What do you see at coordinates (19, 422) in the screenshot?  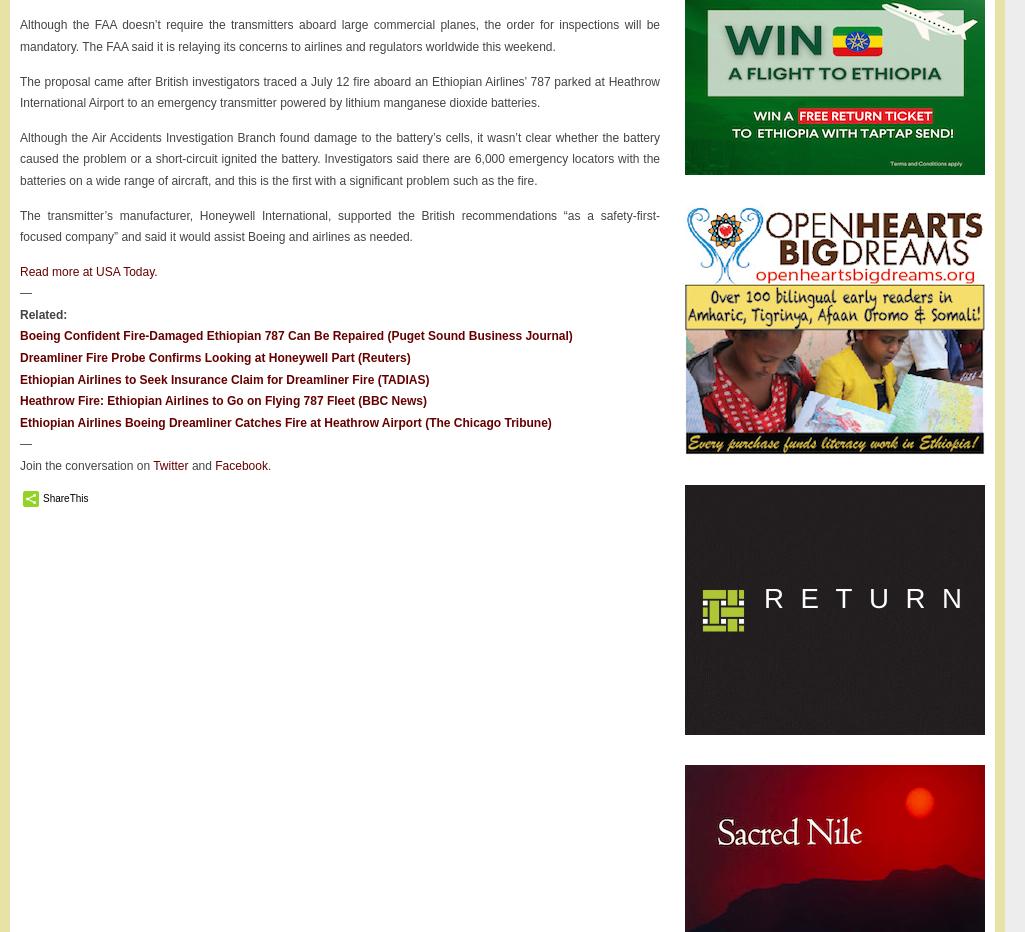 I see `'Ethiopian Airlines Boeing Dreamliner Catches Fire at Heathrow Airport (The Chicago Tribune)'` at bounding box center [19, 422].